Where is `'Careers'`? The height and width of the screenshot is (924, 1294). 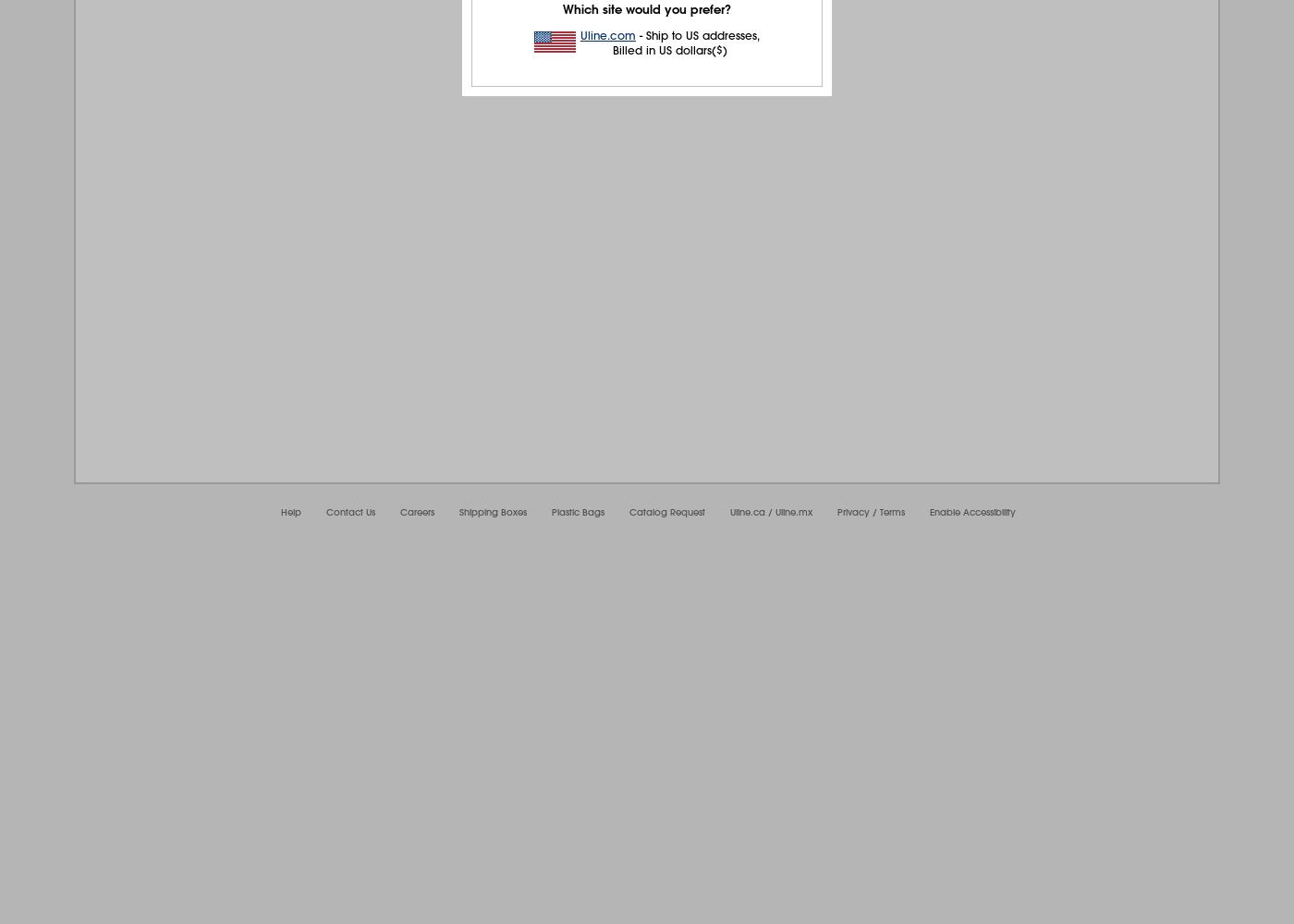 'Careers' is located at coordinates (416, 512).